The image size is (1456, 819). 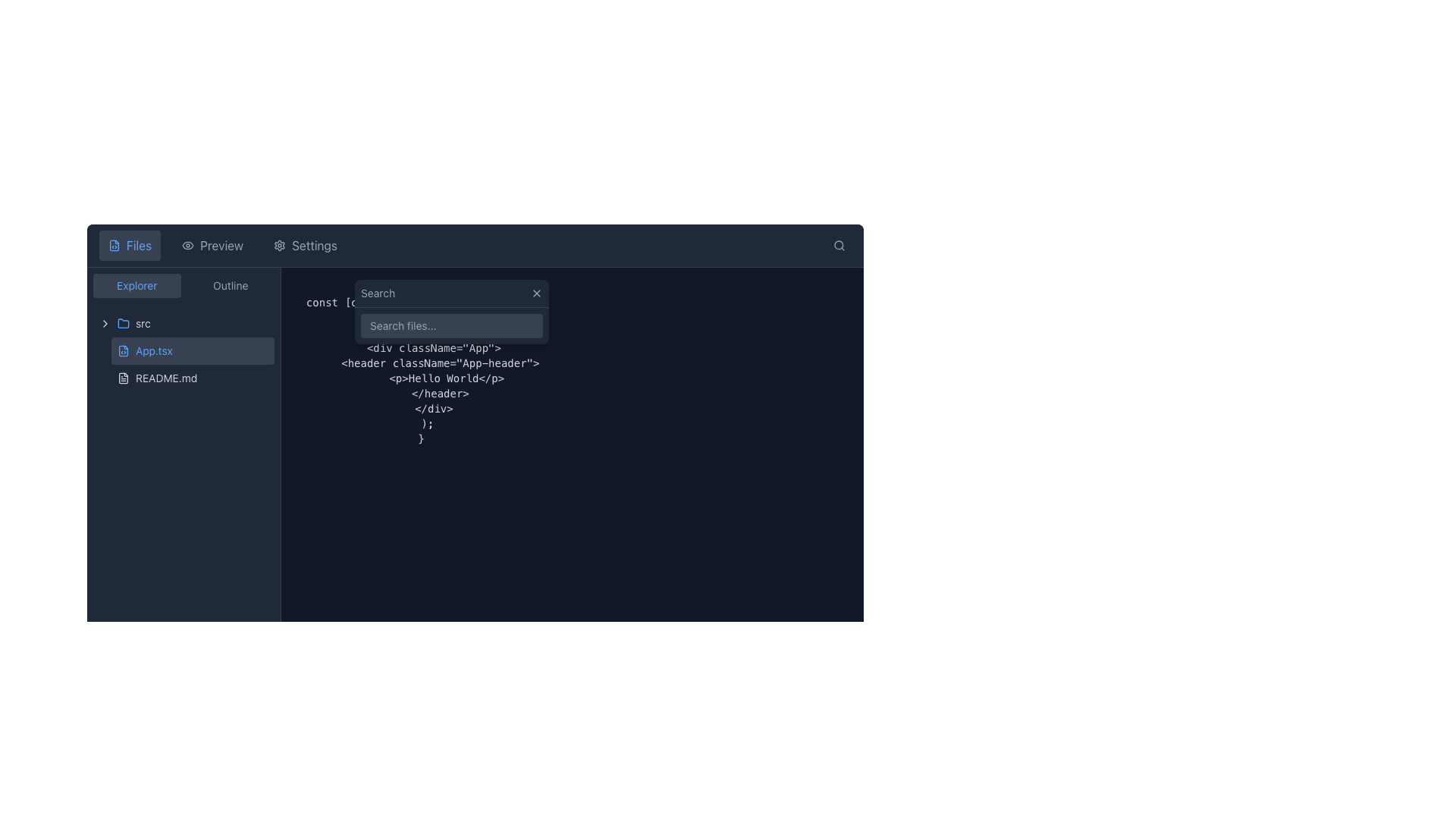 I want to click on the 'Outline' button located to the right of the 'Explorer' button in the navigation menu, so click(x=230, y=286).